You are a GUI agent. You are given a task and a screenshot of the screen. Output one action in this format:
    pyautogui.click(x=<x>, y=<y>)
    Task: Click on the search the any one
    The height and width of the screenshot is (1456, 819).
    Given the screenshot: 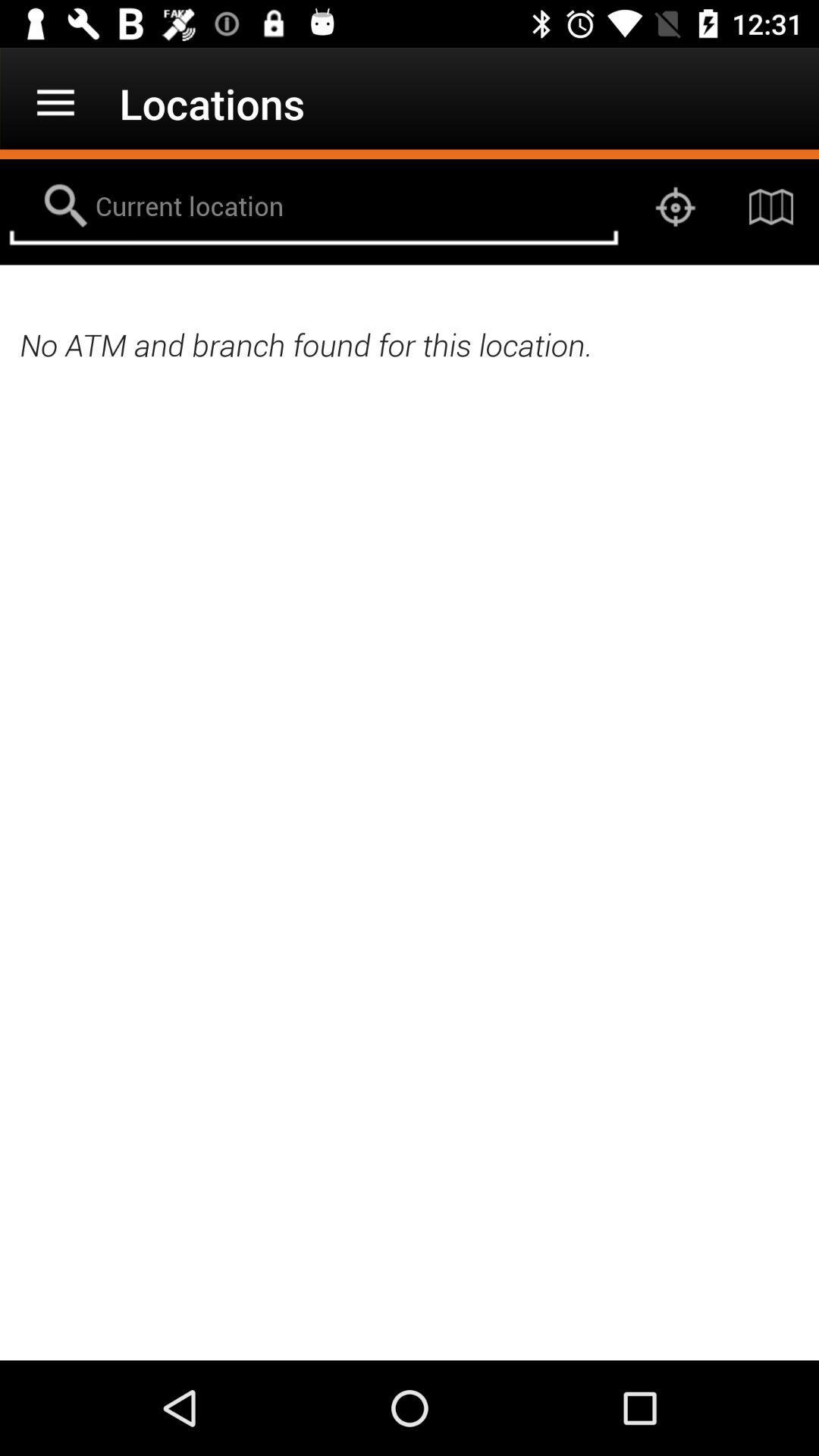 What is the action you would take?
    pyautogui.click(x=312, y=206)
    